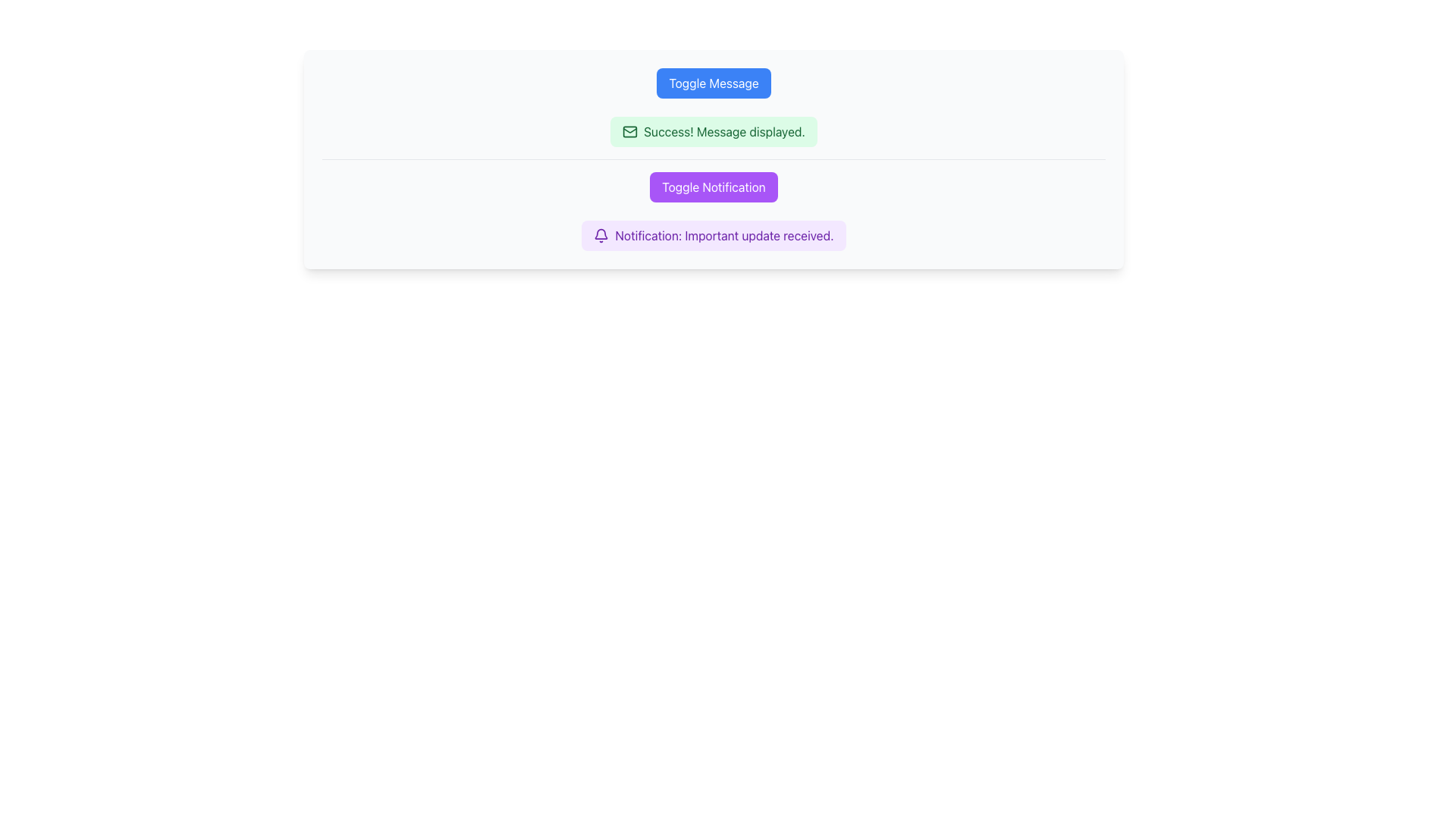 The width and height of the screenshot is (1456, 819). Describe the element at coordinates (713, 83) in the screenshot. I see `the blue button labeled 'Toggle Message'` at that location.